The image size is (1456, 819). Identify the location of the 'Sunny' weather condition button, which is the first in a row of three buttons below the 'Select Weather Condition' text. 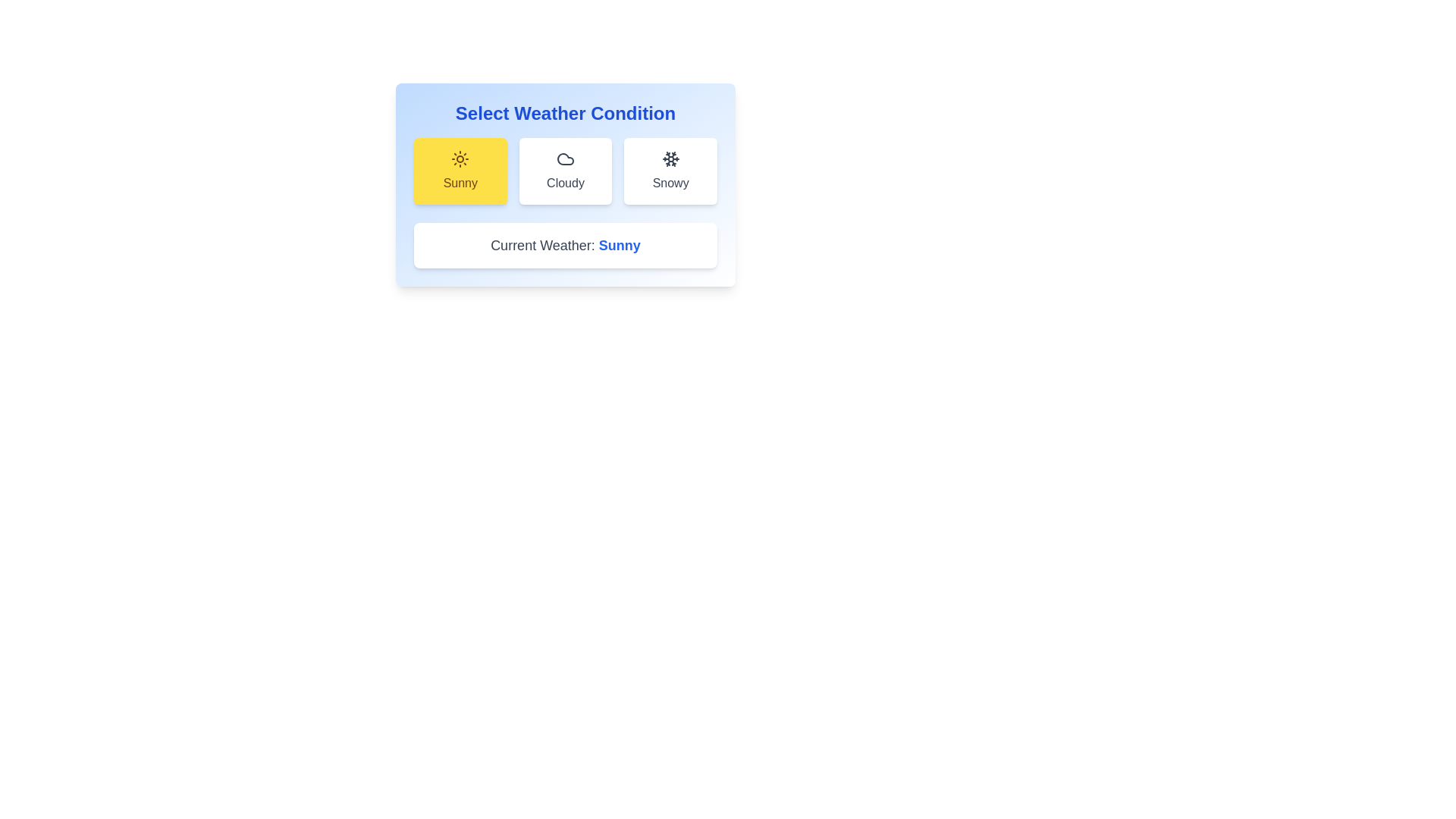
(459, 158).